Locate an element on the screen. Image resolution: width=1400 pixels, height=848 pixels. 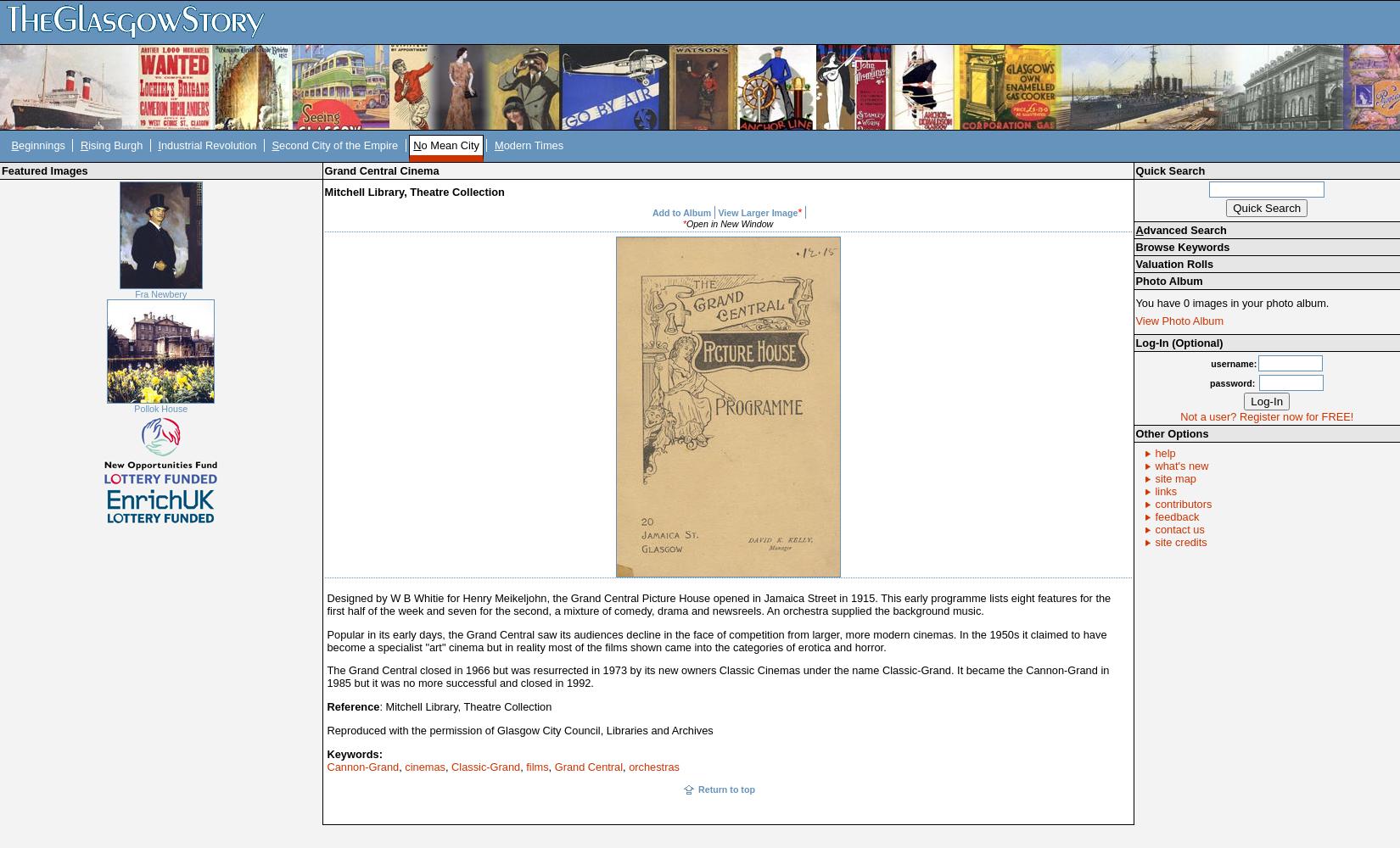
'Add to Album' is located at coordinates (651, 213).